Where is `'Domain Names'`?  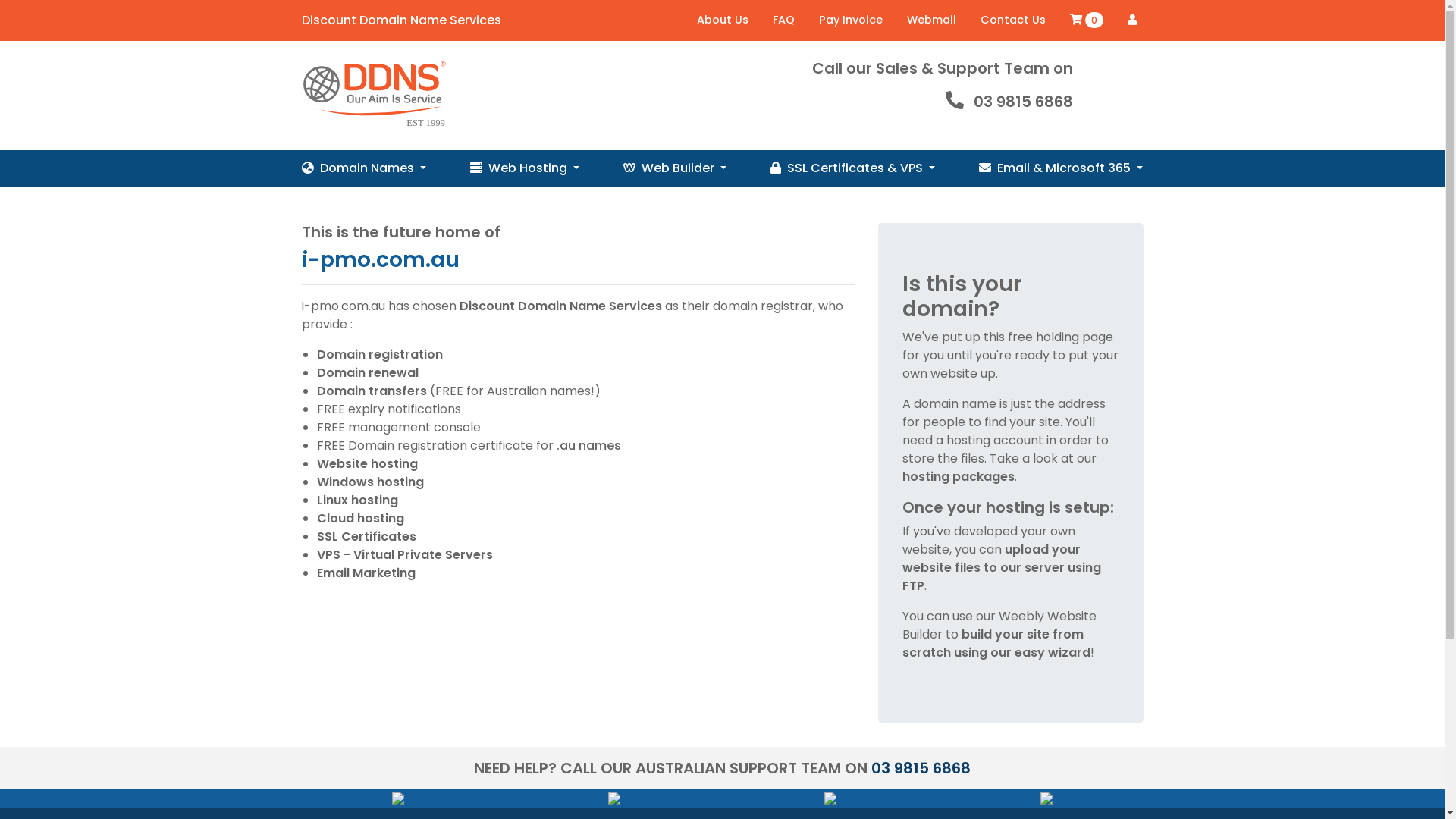
'Domain Names' is located at coordinates (364, 168).